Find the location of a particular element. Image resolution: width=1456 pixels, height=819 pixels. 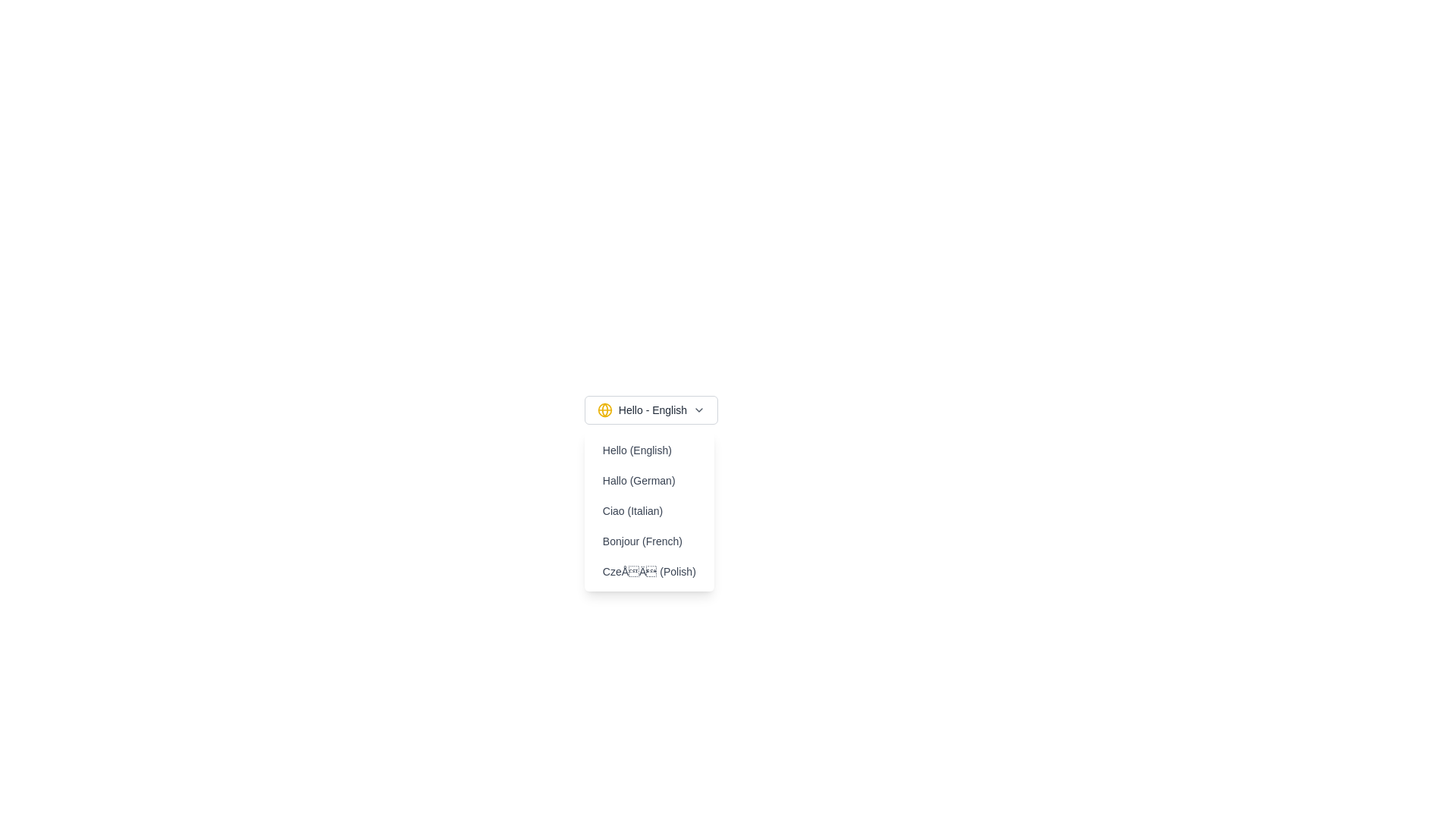

text of the label displaying 'Hello - English', which is centrally located in the dropdown header section, between a globe icon and a downward arrow is located at coordinates (652, 409).